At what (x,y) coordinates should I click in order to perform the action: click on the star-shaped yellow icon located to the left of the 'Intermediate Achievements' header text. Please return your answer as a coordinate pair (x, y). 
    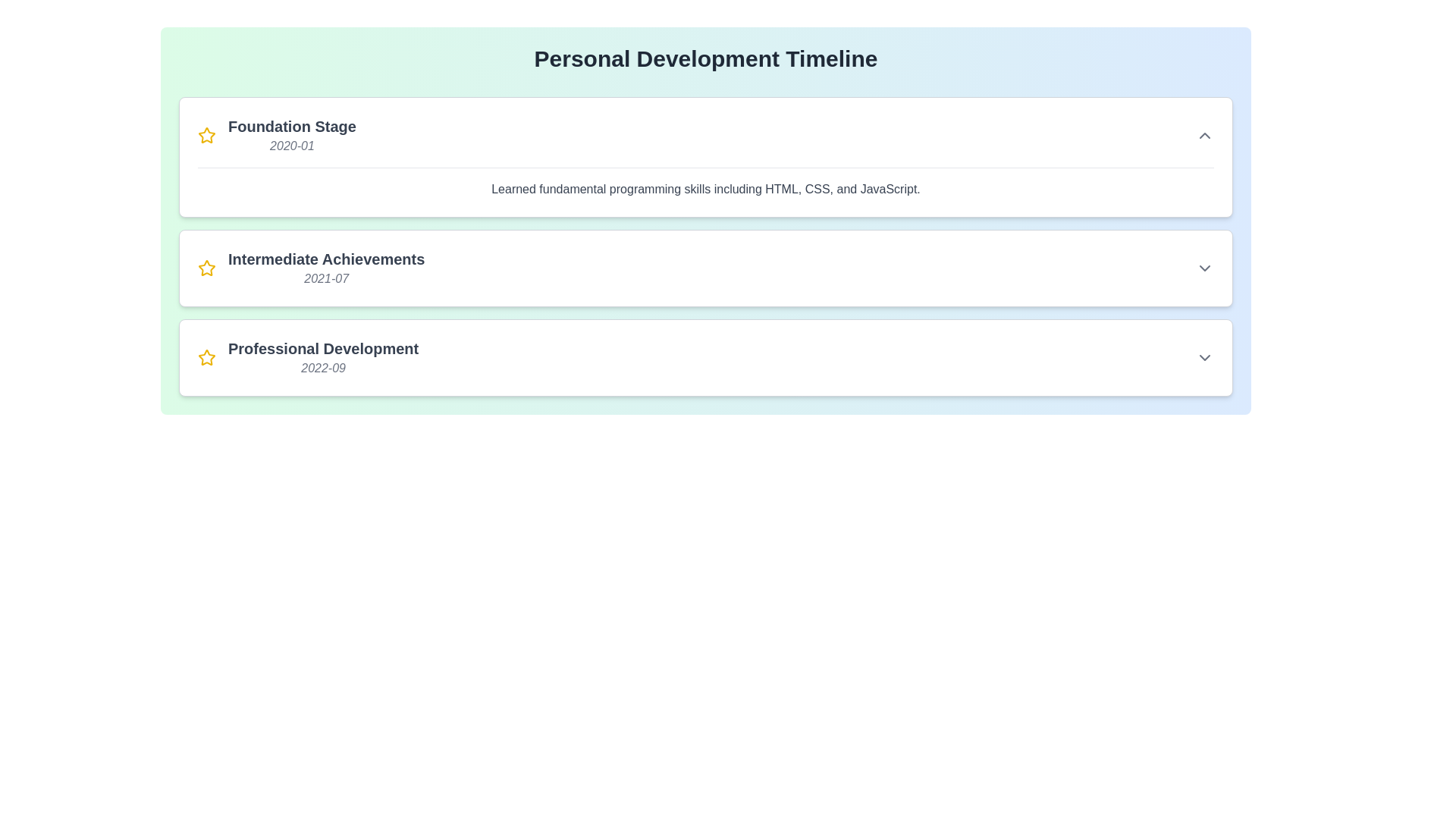
    Looking at the image, I should click on (206, 268).